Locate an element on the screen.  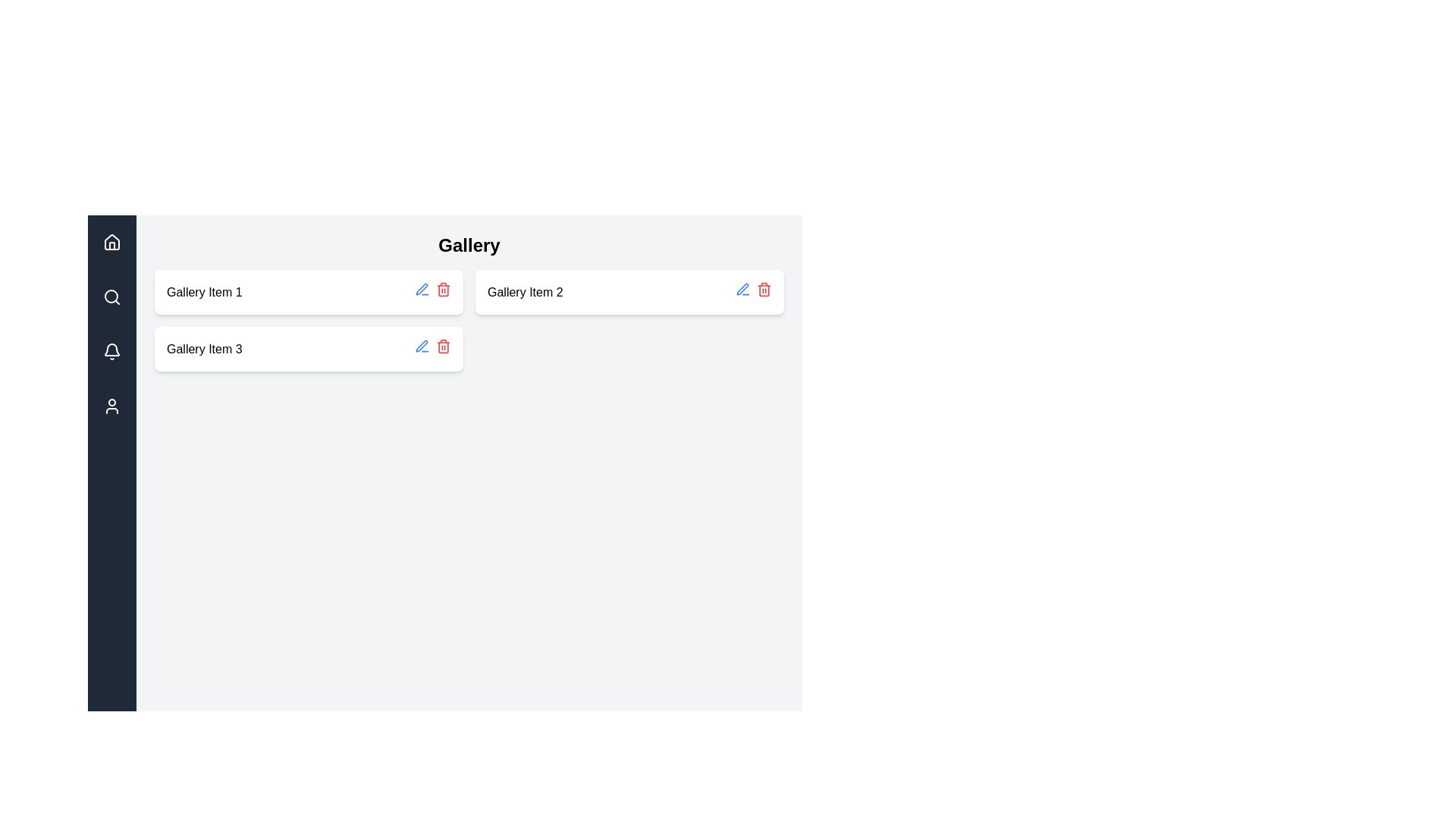
the inner circular part of the magnifying glass icon, which signifies the search functionality, located on the sidebar as the second icon from the top is located at coordinates (111, 296).